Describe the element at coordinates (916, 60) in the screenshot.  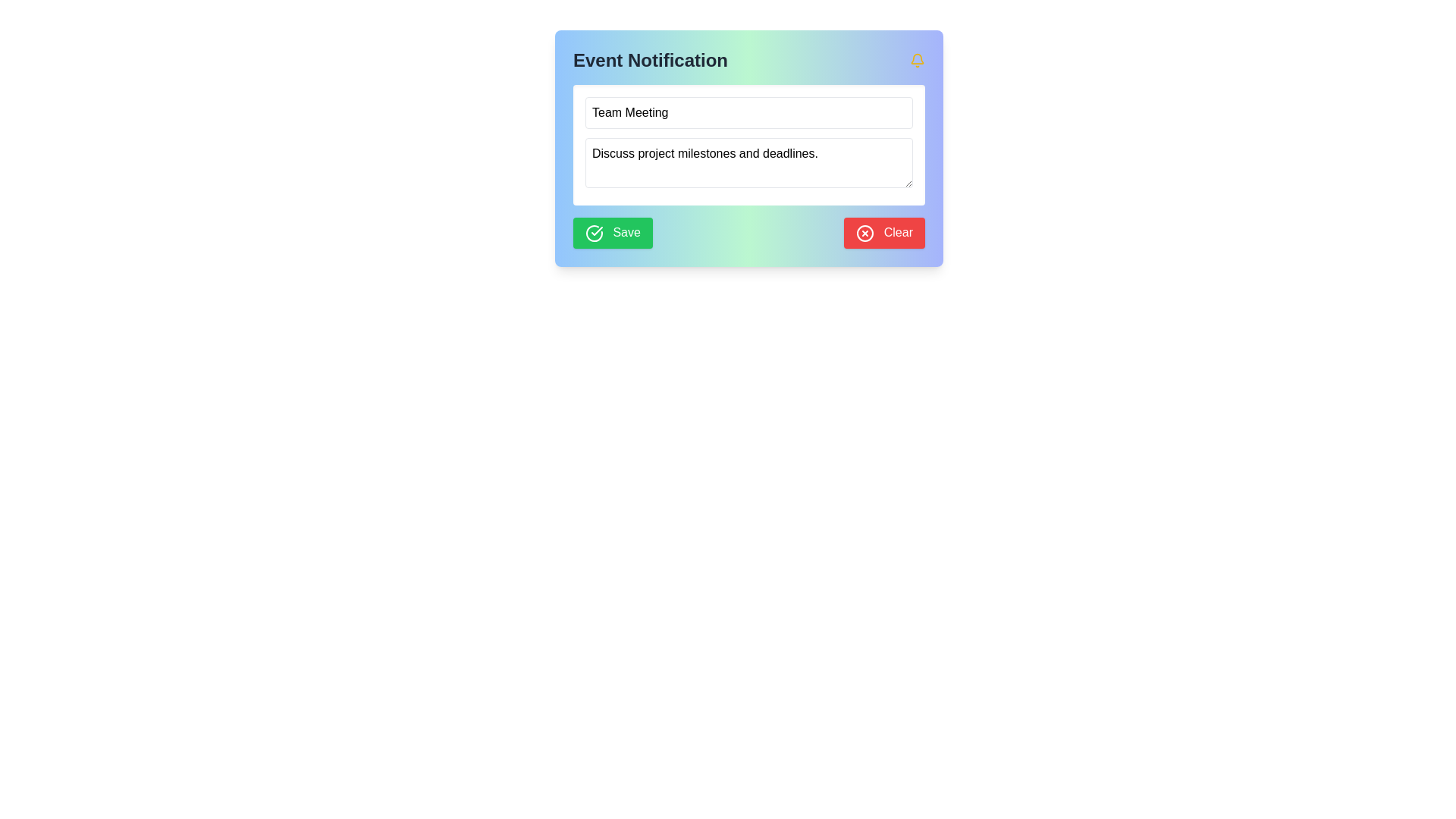
I see `the small bell icon with a yellow outline located at the top right corner of the 'Event Notification' panel` at that location.